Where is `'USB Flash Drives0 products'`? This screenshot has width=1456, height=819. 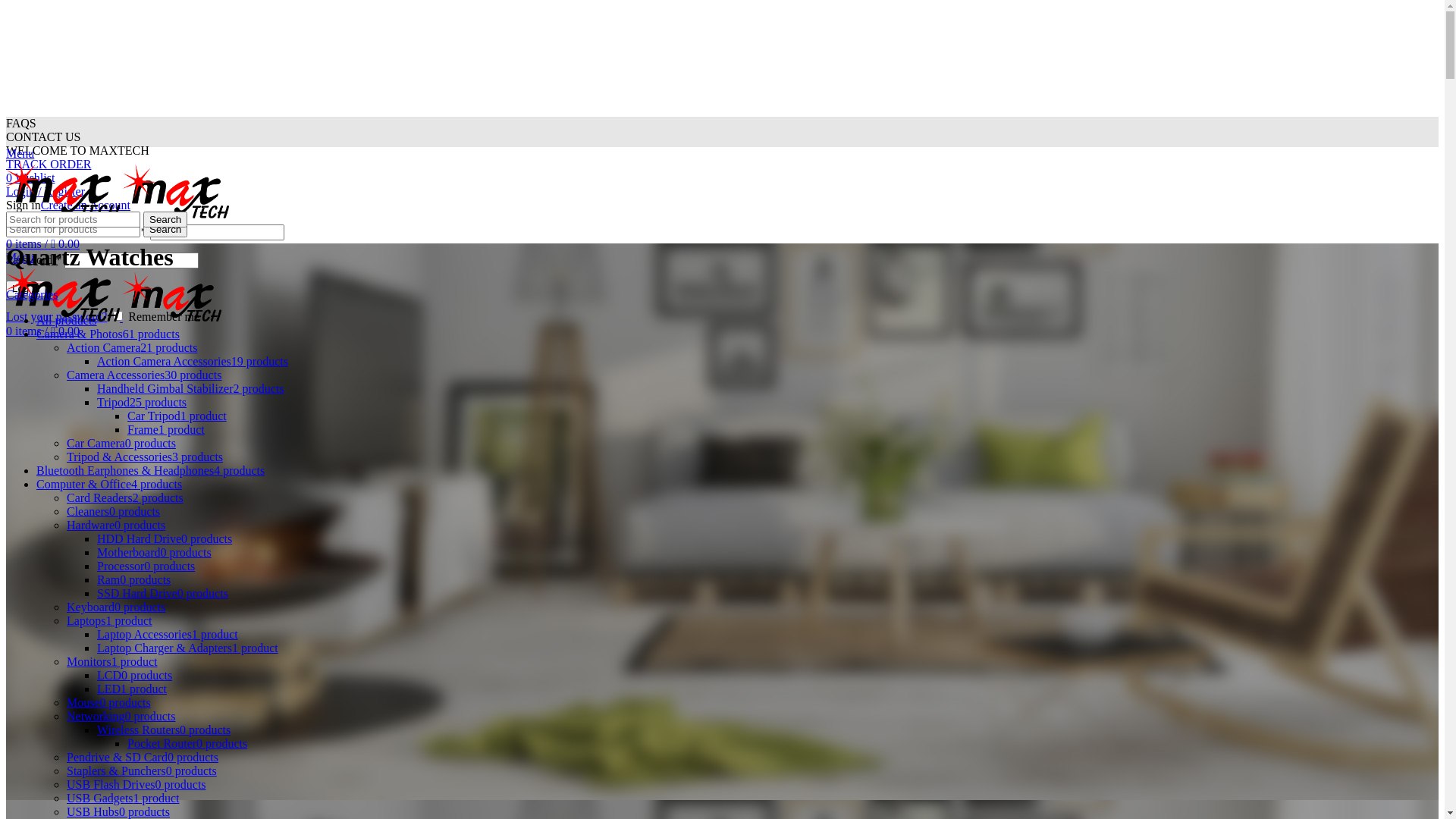
'USB Flash Drives0 products' is located at coordinates (136, 784).